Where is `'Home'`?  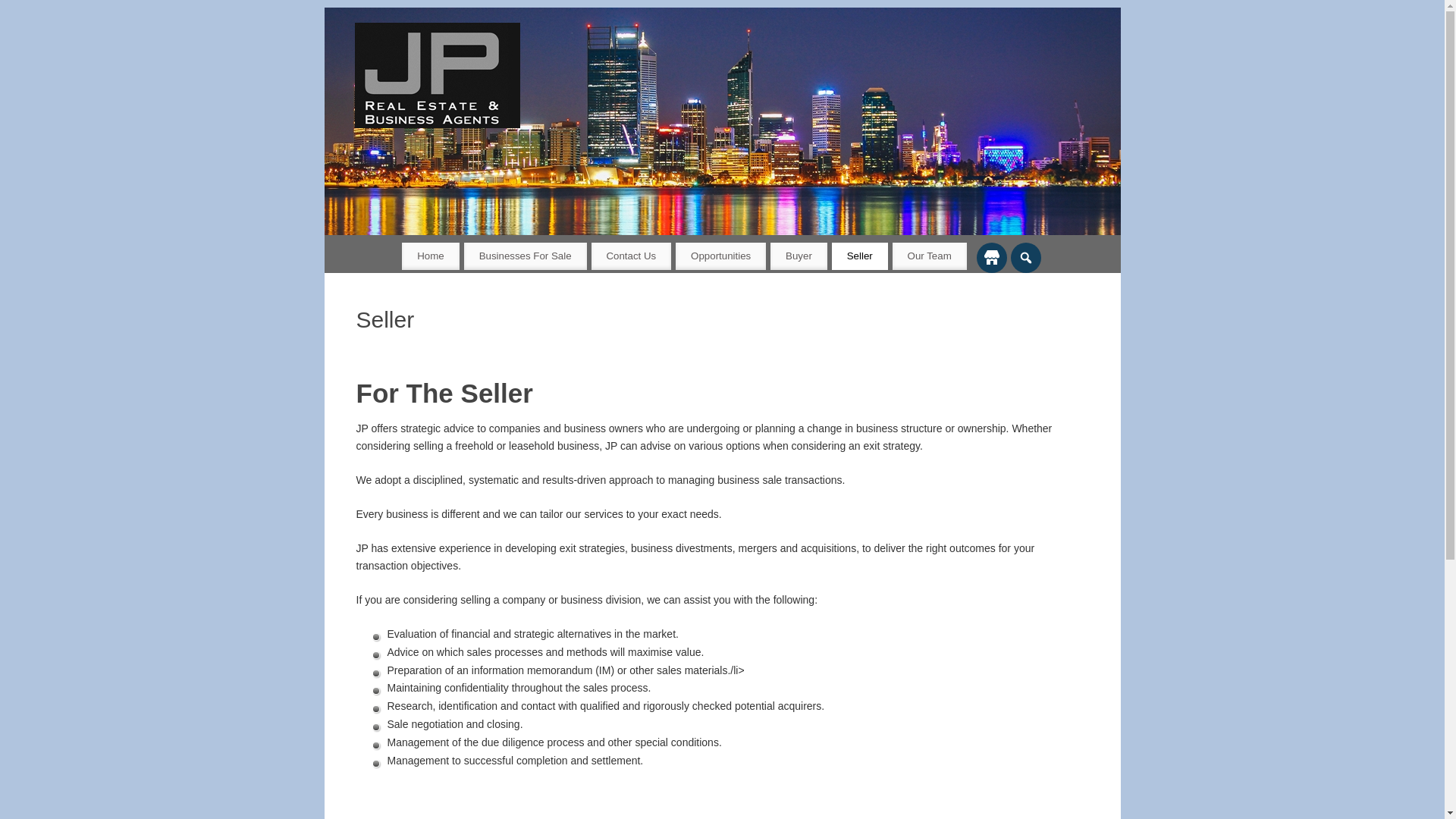
'Home' is located at coordinates (429, 256).